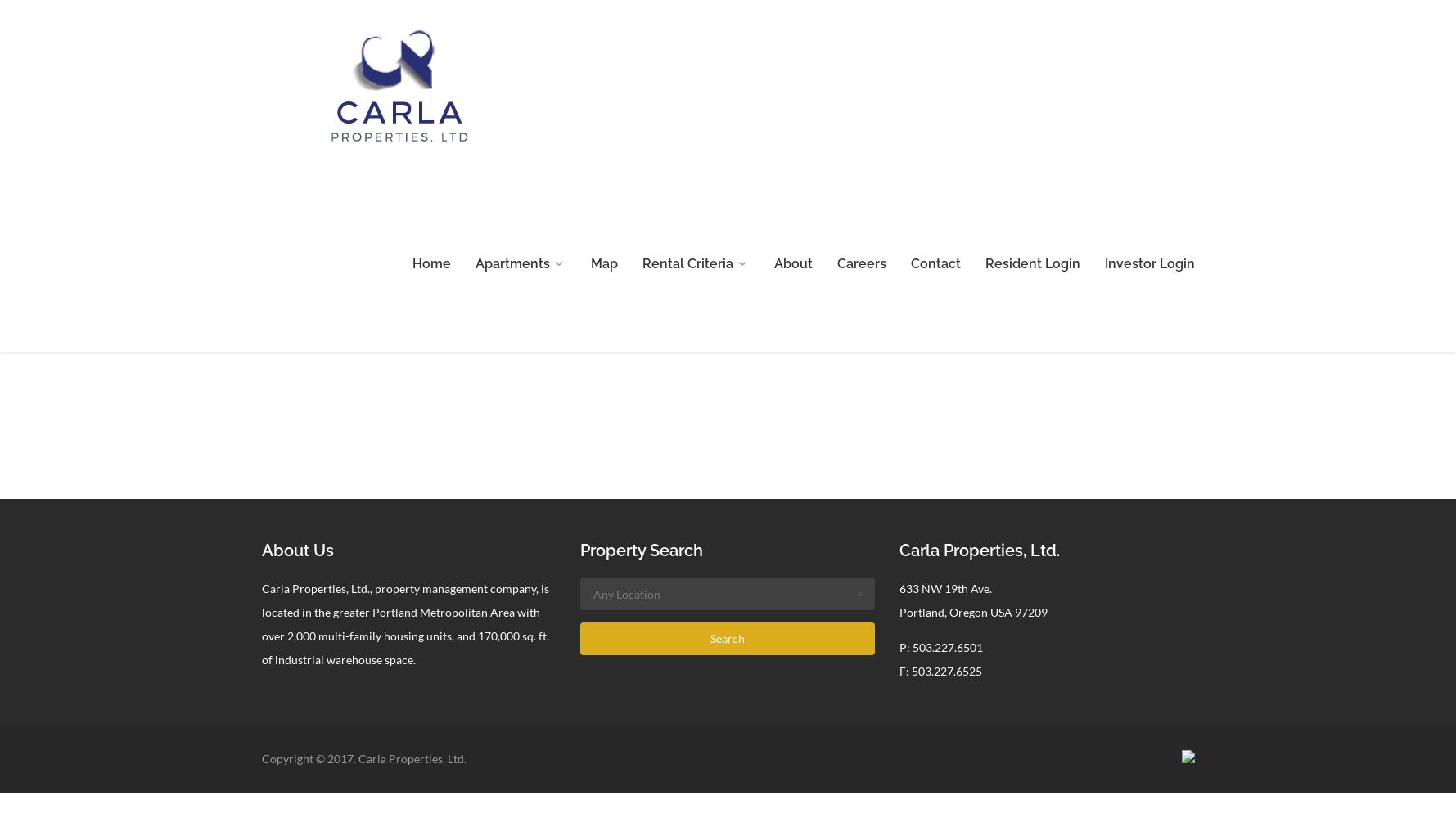 This screenshot has width=1456, height=818. Describe the element at coordinates (978, 551) in the screenshot. I see `'Carla Properties, Ltd.'` at that location.